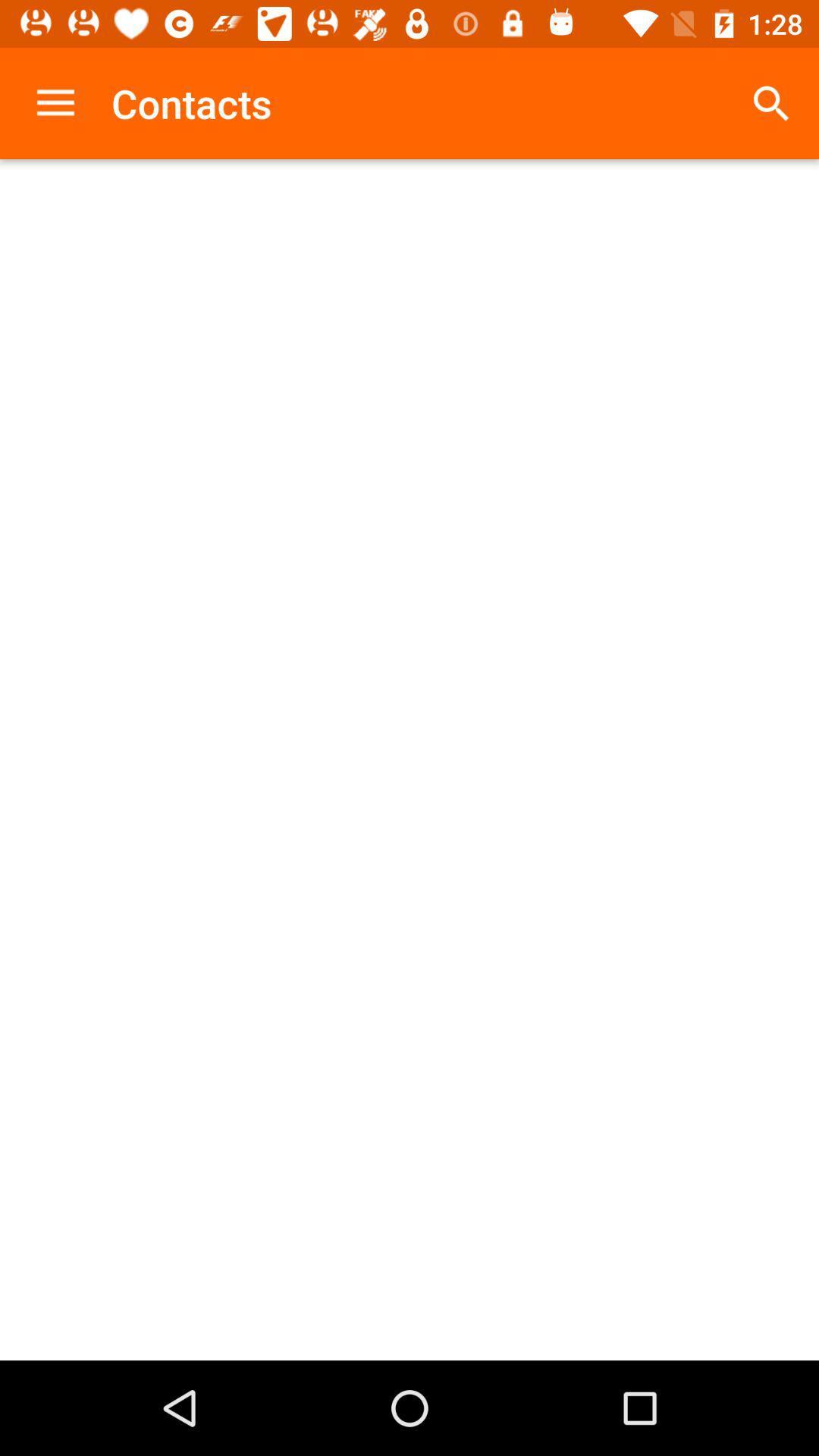  Describe the element at coordinates (771, 102) in the screenshot. I see `the item next to the contacts icon` at that location.